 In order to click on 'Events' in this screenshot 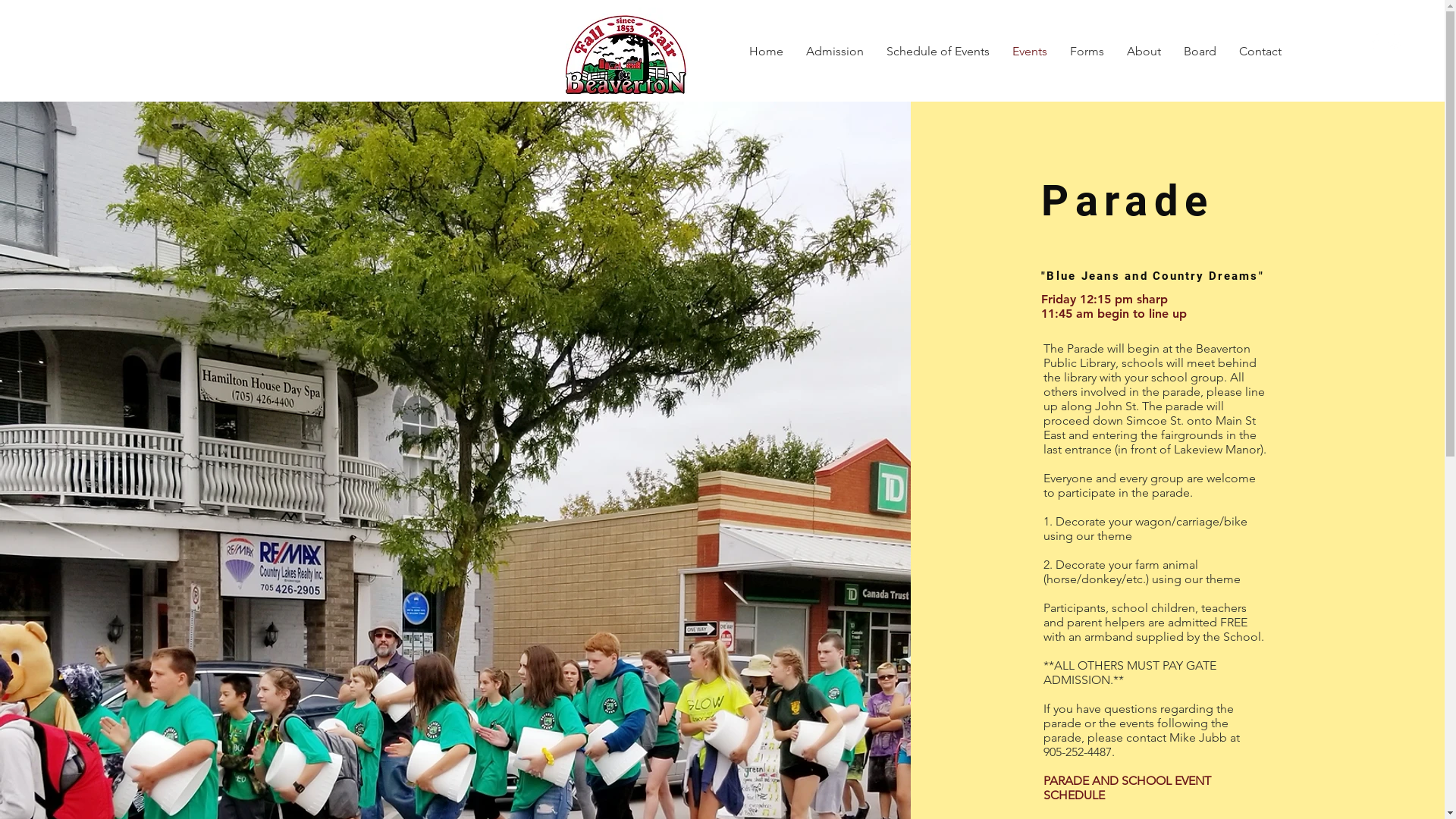, I will do `click(1030, 51)`.